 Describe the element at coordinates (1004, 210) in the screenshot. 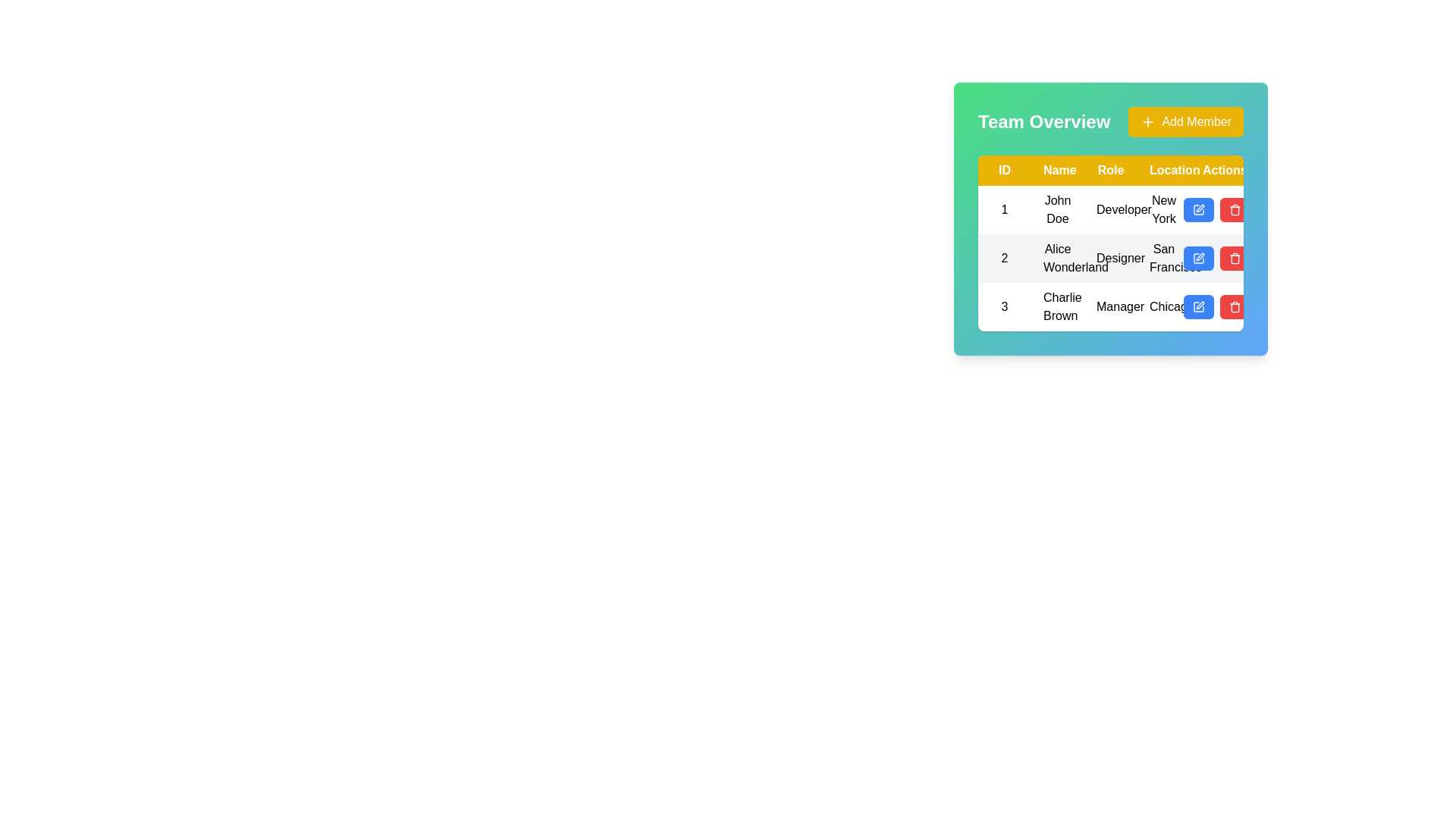

I see `text content from the ID cell located in the first column of the first row of the table, positioned directly under the 'ID' header and next to 'John Doe'` at that location.